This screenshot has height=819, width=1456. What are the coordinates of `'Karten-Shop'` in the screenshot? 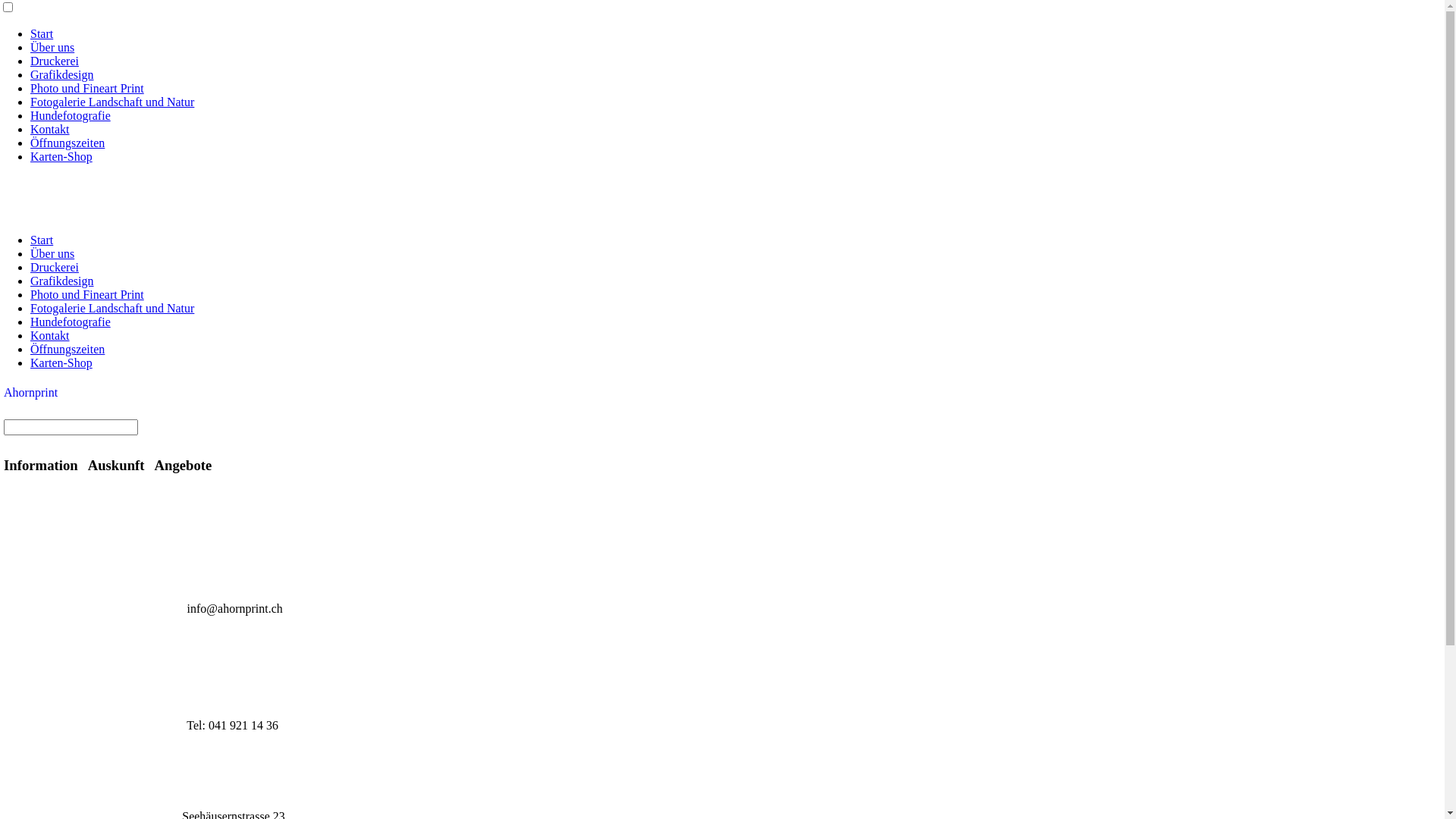 It's located at (61, 362).